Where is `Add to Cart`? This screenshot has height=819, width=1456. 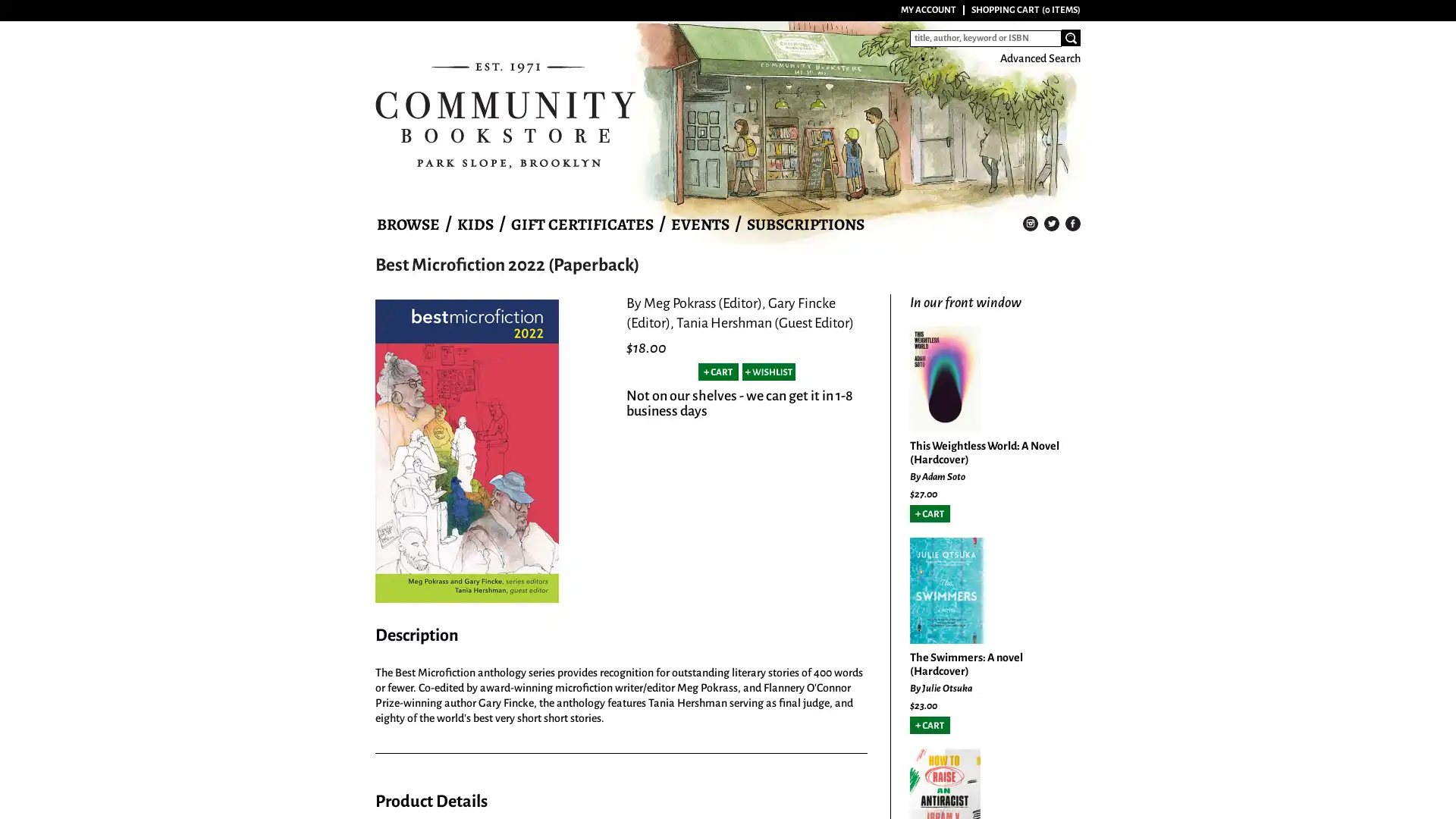
Add to Cart is located at coordinates (717, 372).